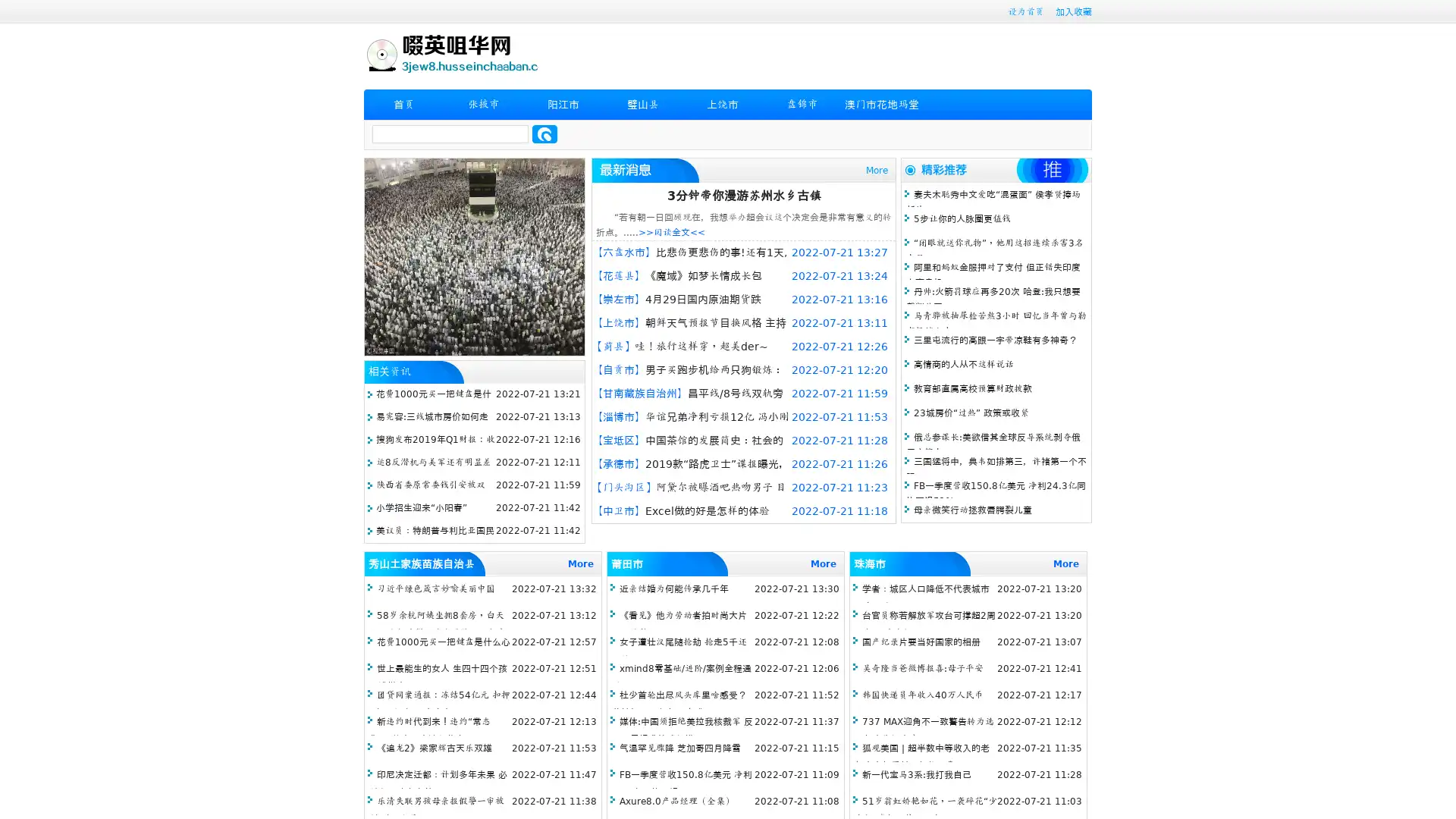 Image resolution: width=1456 pixels, height=819 pixels. I want to click on Search, so click(544, 133).